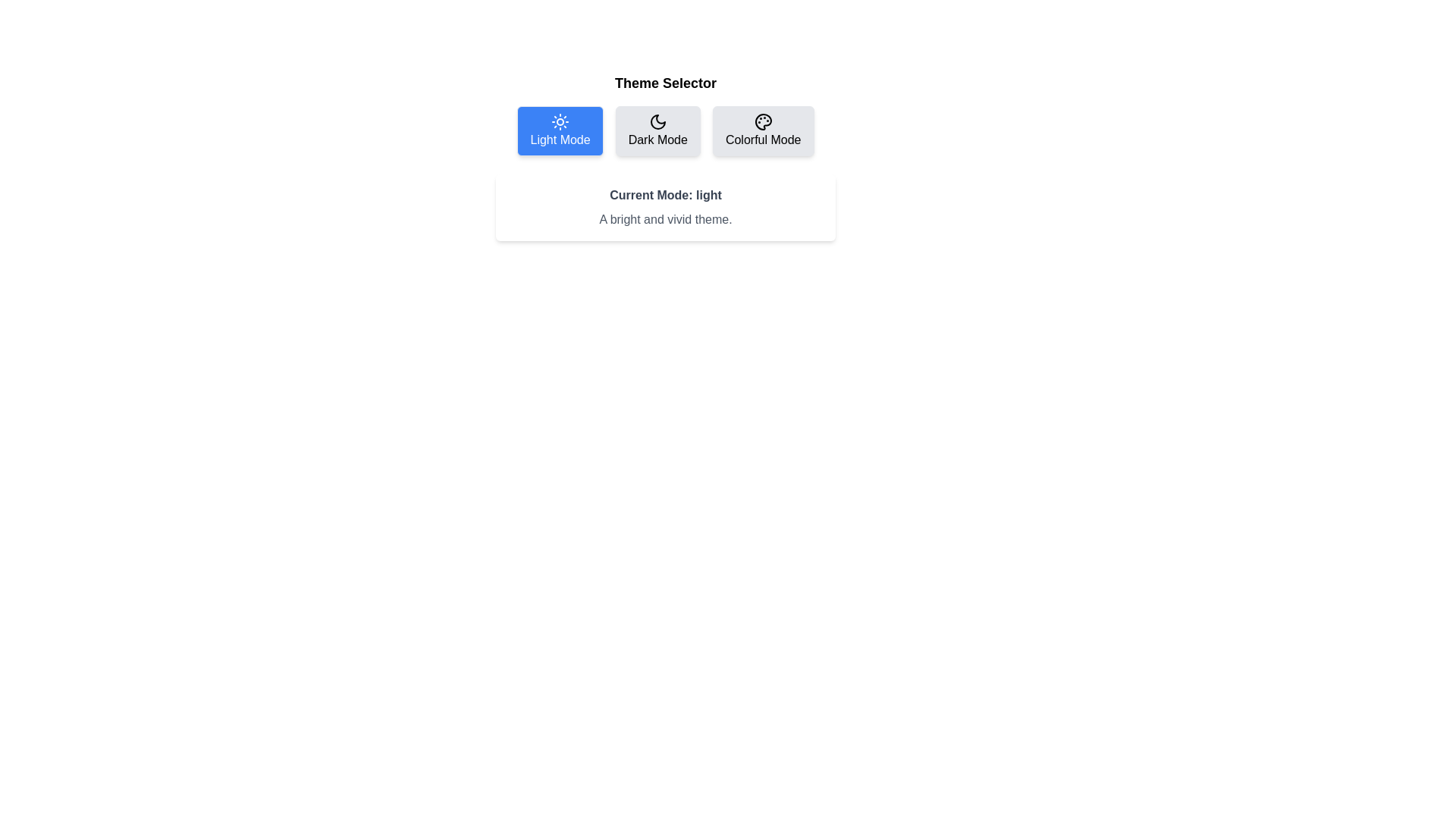 The image size is (1456, 819). I want to click on the Colorful Mode icon in the Theme Selector panel, which is located on the rightmost side and grouped with other theme icons, so click(763, 121).